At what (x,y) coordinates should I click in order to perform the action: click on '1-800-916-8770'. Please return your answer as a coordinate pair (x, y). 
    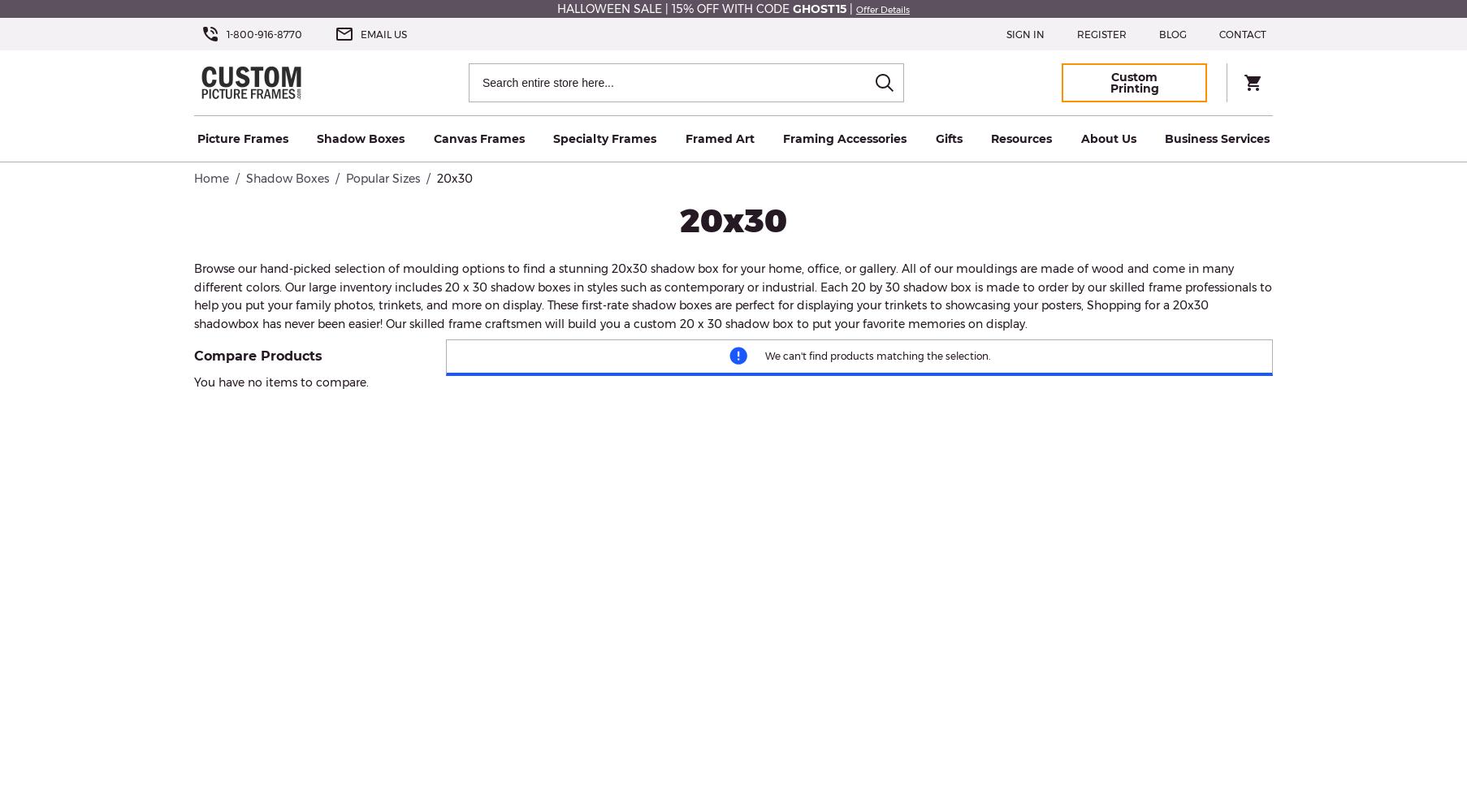
    Looking at the image, I should click on (264, 33).